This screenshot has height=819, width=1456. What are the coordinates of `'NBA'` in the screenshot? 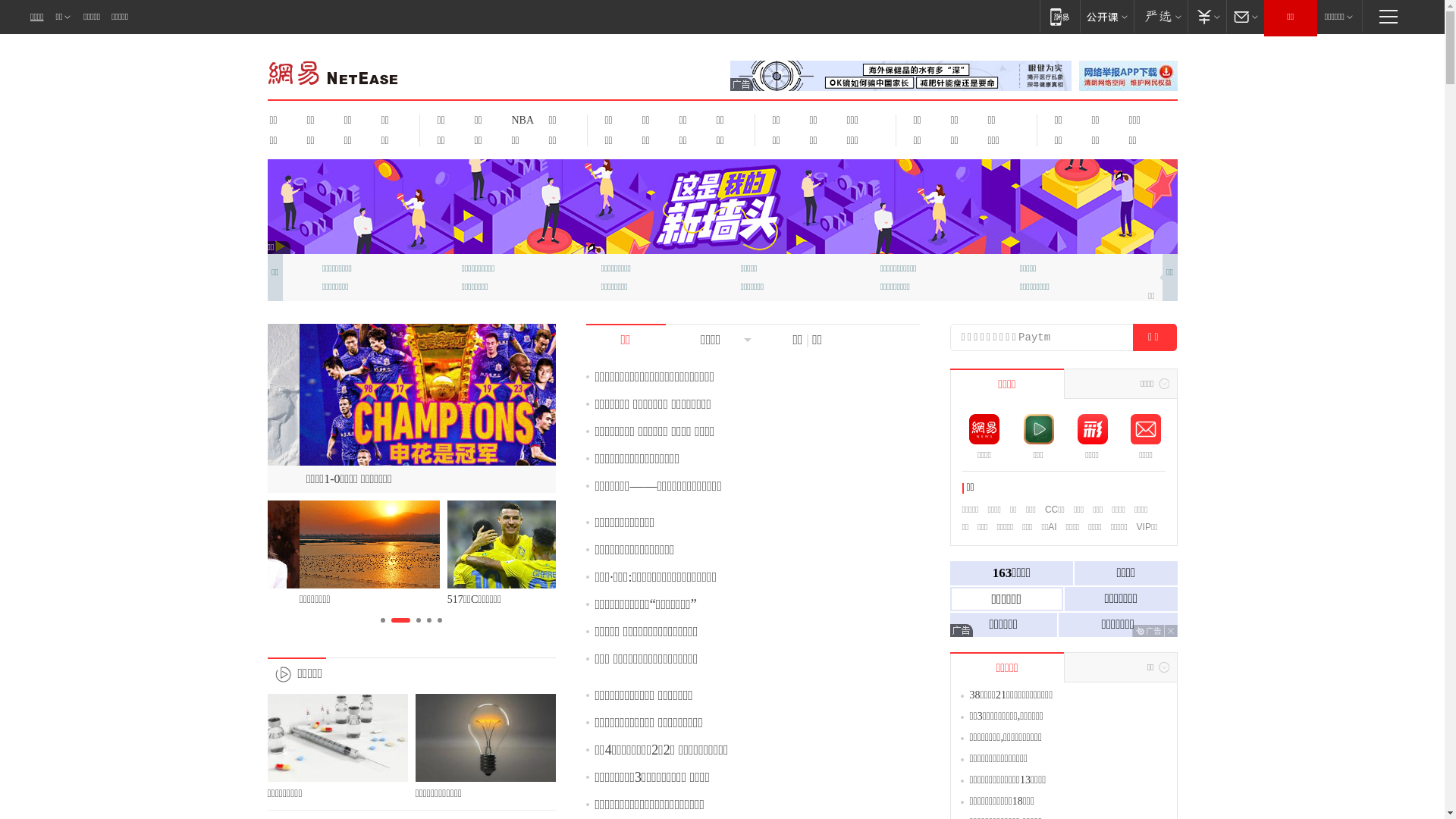 It's located at (520, 119).